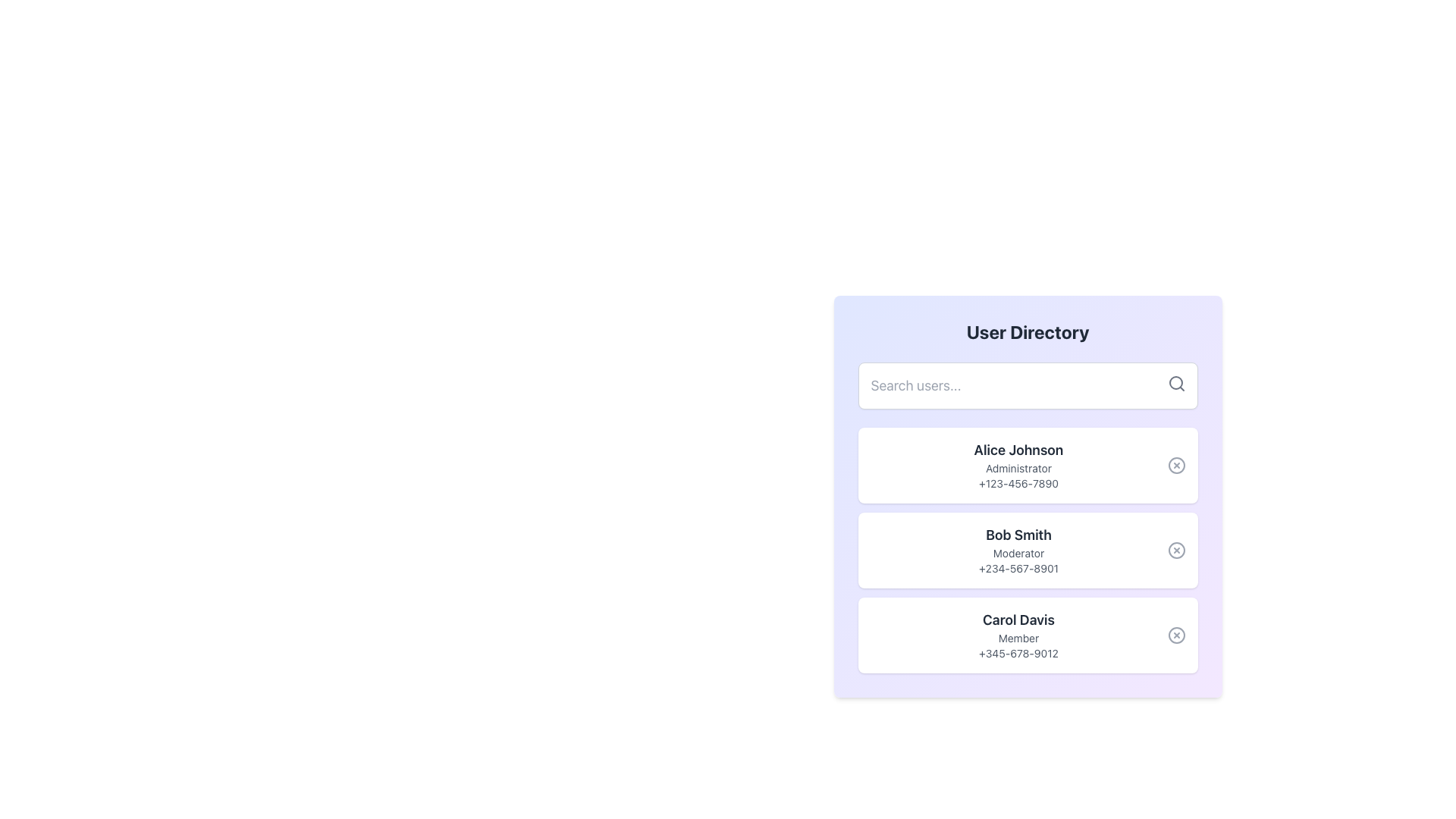 This screenshot has width=1456, height=819. What do you see at coordinates (1175, 382) in the screenshot?
I see `the small circular graphic representing the lens of the magnifying glass icon located in the top-right corner of the user interface, inside the search bar section` at bounding box center [1175, 382].